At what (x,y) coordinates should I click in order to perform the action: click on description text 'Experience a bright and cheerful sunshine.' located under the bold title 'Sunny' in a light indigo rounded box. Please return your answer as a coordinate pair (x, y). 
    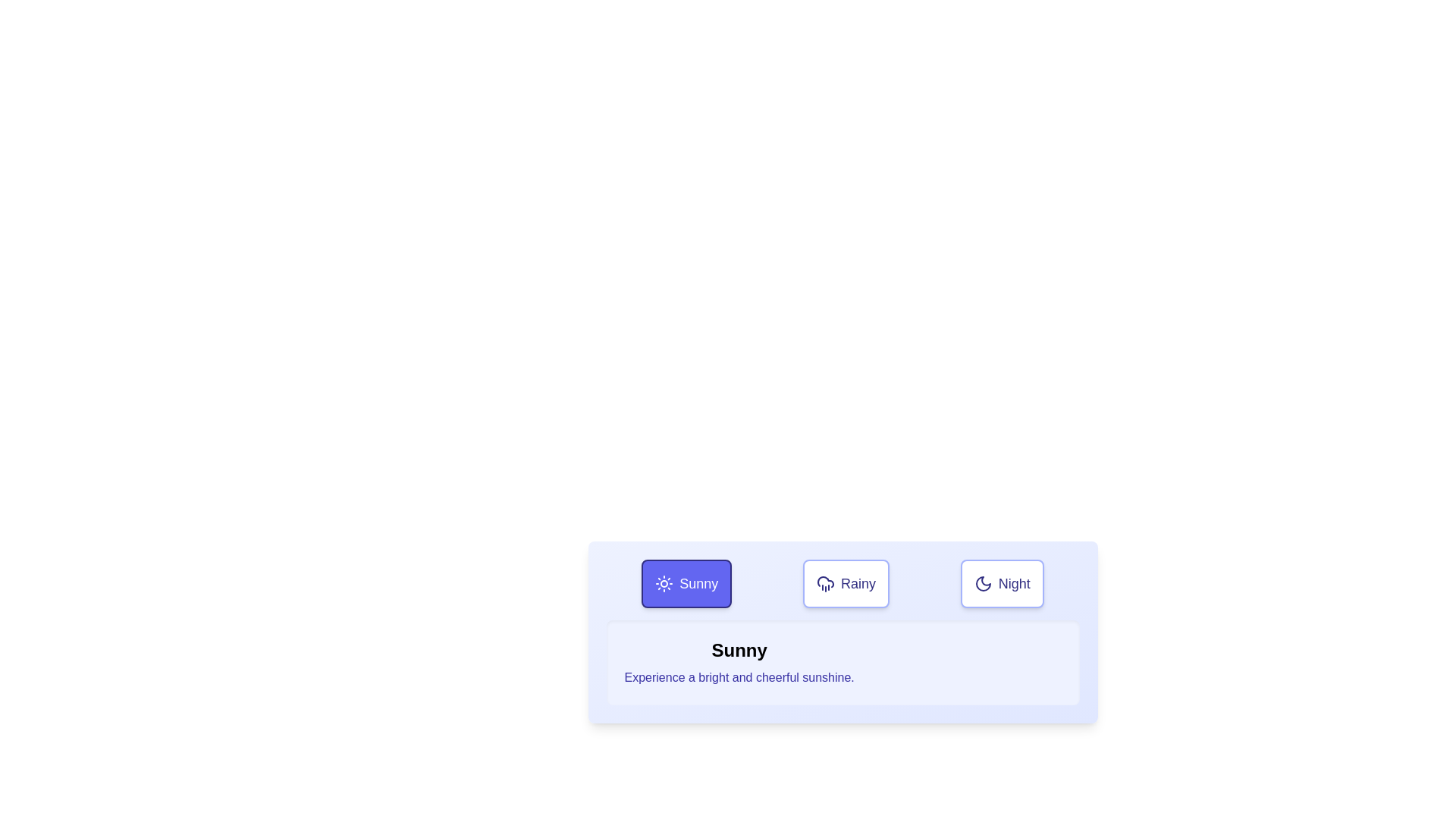
    Looking at the image, I should click on (739, 662).